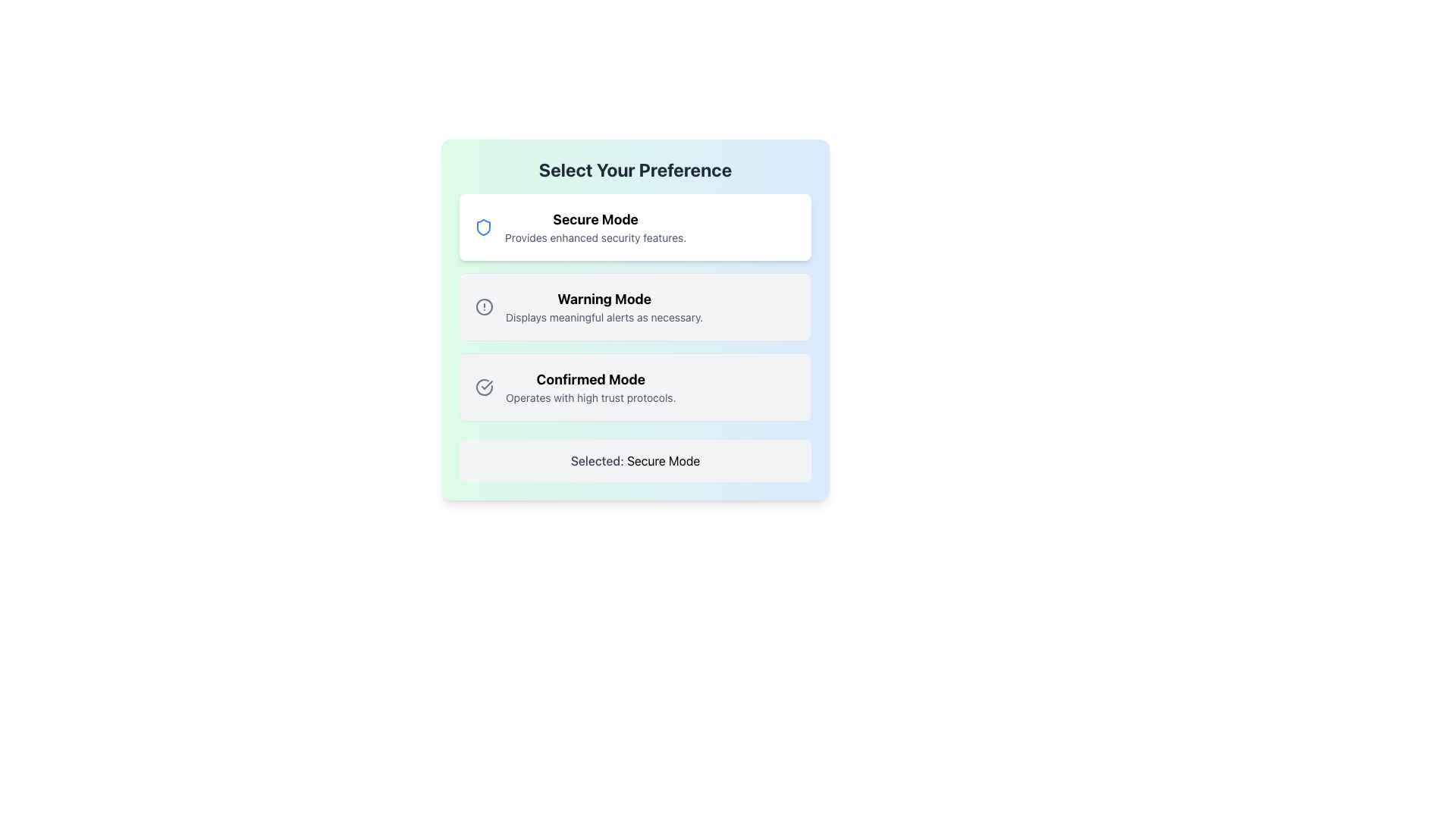  I want to click on the circular icon with a bold outline and a cross or alert symbol in the center, located in the middle option of the preference selection menu next to 'Warning Mode', so click(483, 307).